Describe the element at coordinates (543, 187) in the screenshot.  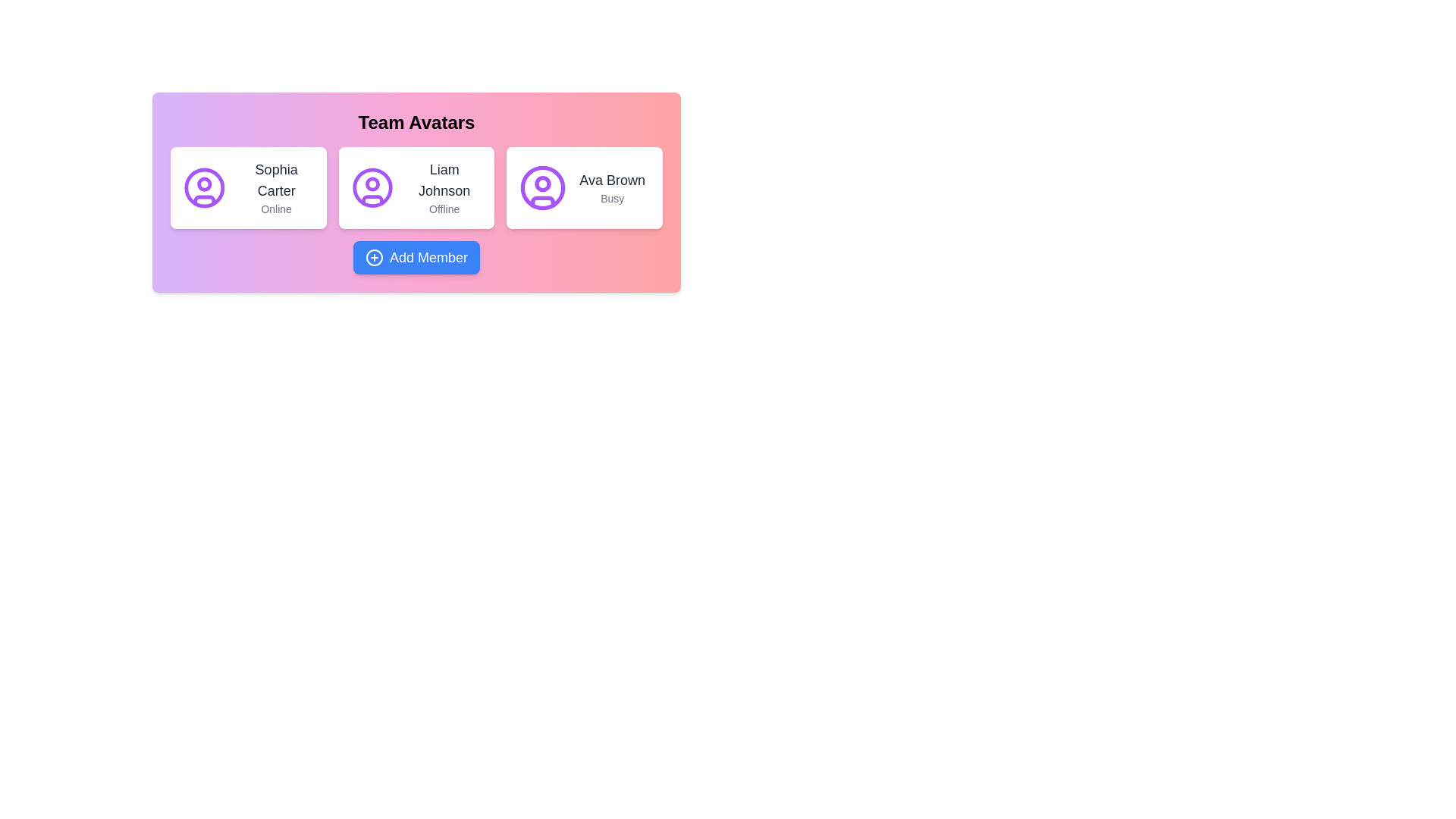
I see `the user profile image icon located at the left-most side of the card labeled 'Ava Brown Busy' in the third column` at that location.